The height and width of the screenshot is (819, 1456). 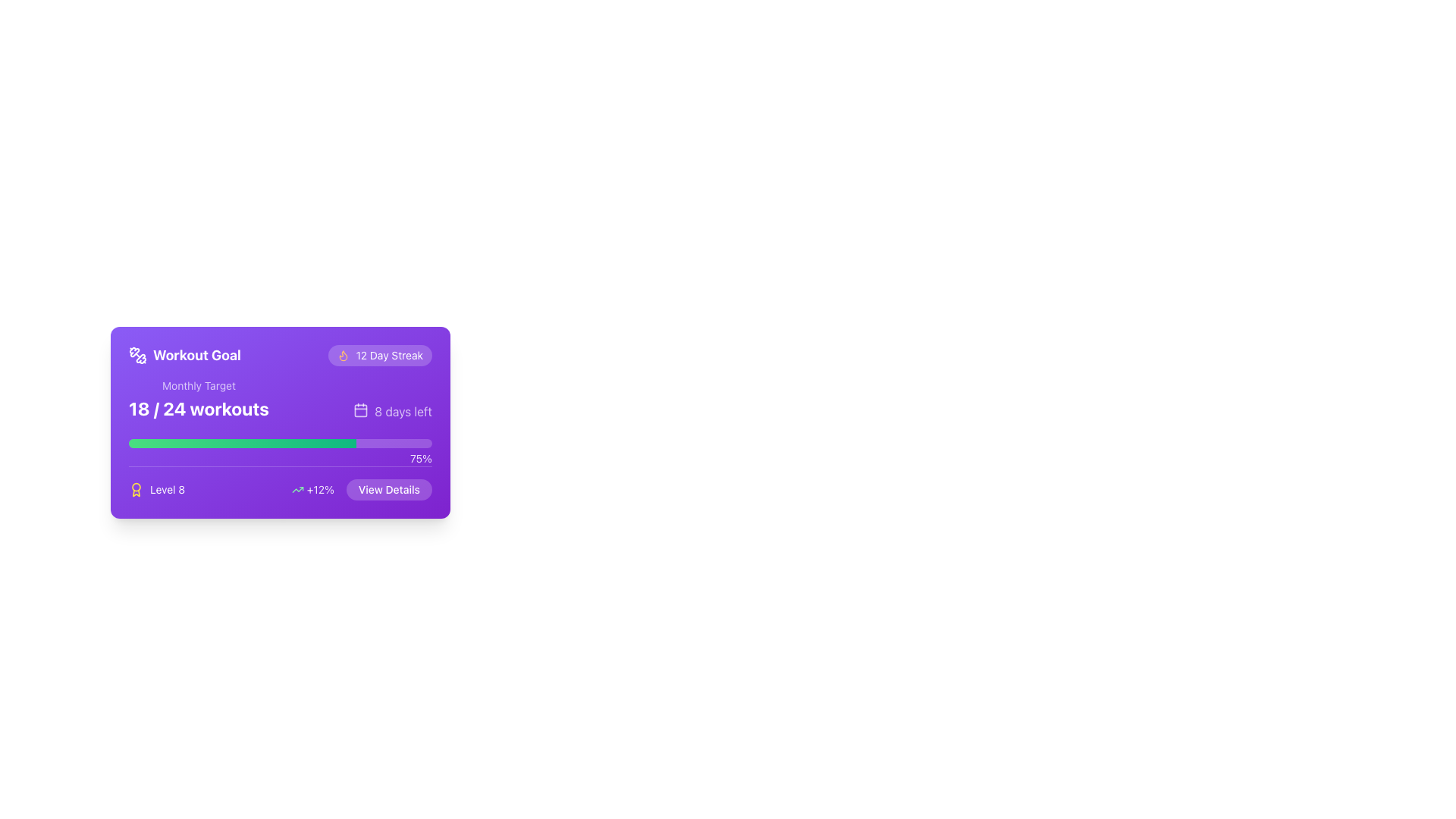 I want to click on the fitness icon located at the upper-left corner of the 'Workout Goal' card, so click(x=134, y=352).